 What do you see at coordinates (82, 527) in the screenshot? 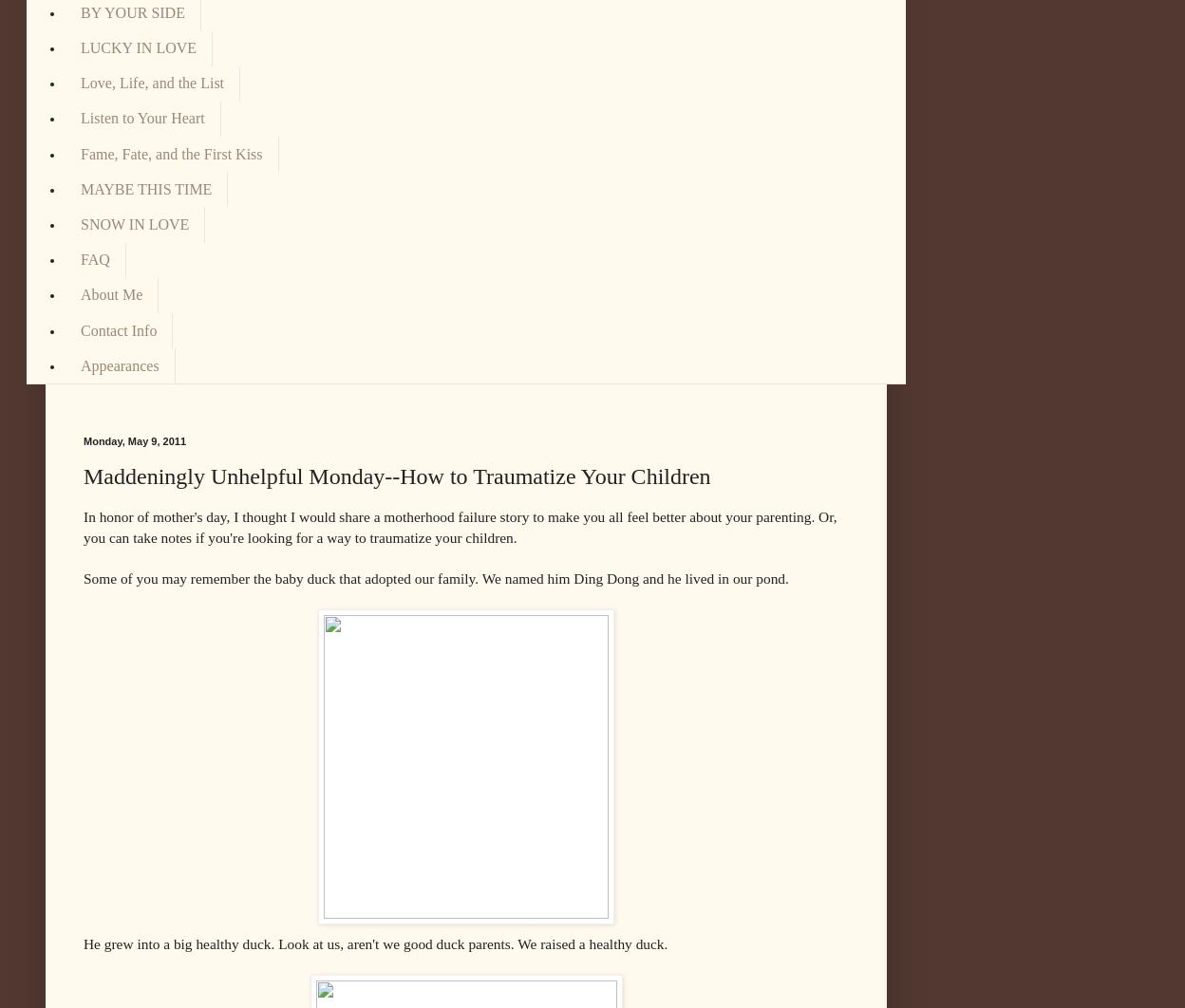
I see `'In honor of mother's day, I thought I would share a motherhood failure story to make you all feel better about your parenting.  Or, you can take notes if you're looking for a way to traumatize your children.'` at bounding box center [82, 527].